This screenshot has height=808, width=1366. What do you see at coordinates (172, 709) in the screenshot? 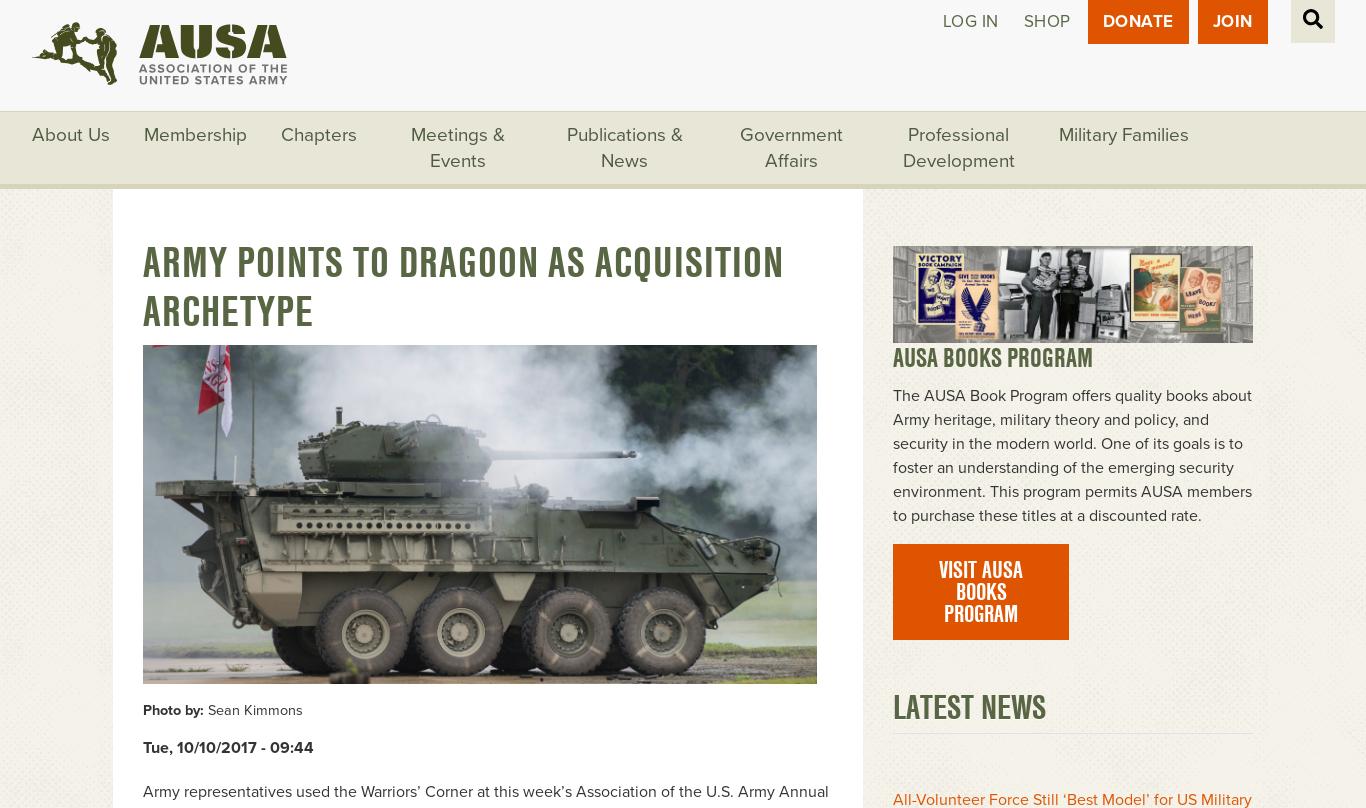
I see `'Photo by:'` at bounding box center [172, 709].